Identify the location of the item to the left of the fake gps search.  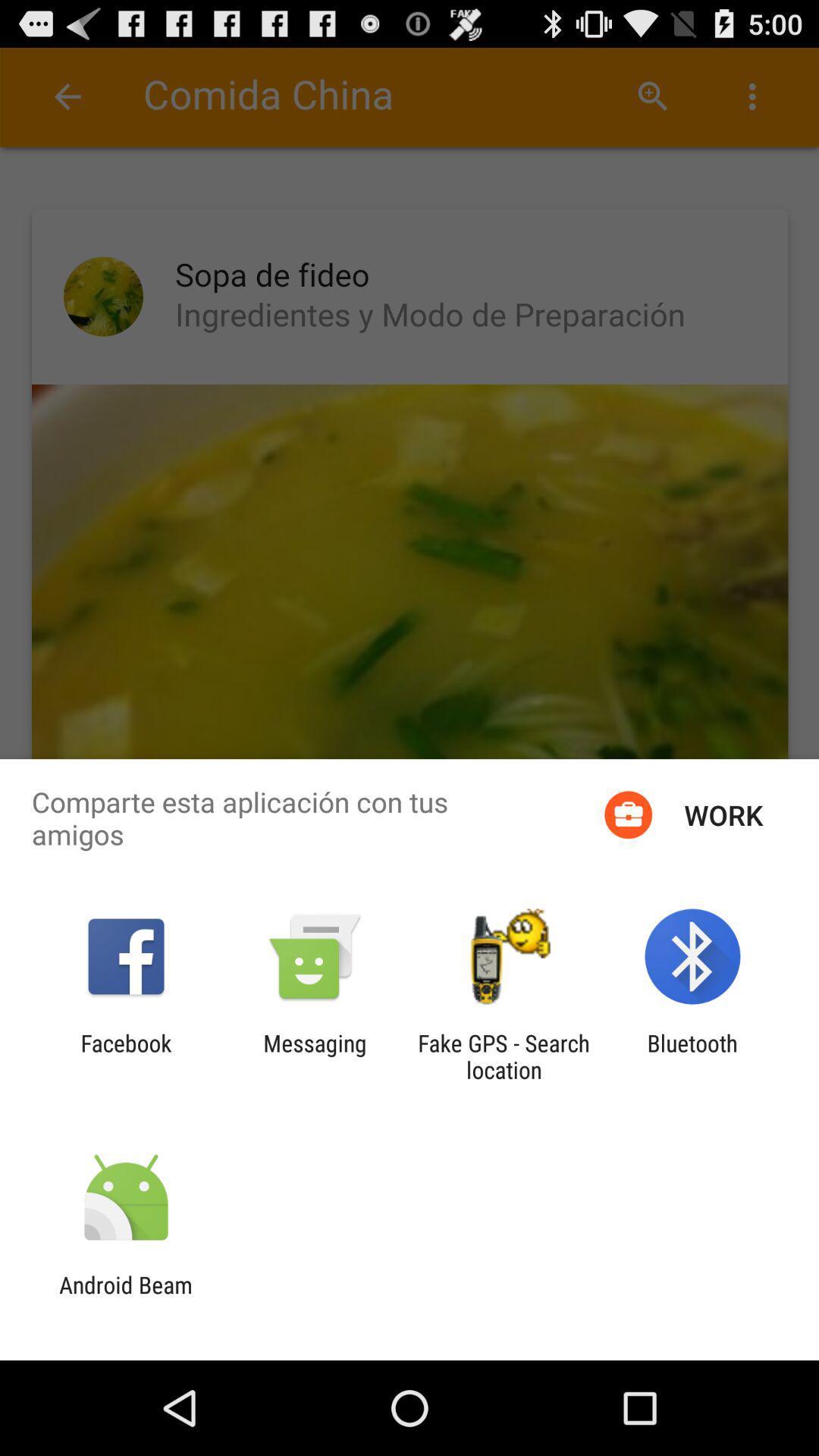
(314, 1056).